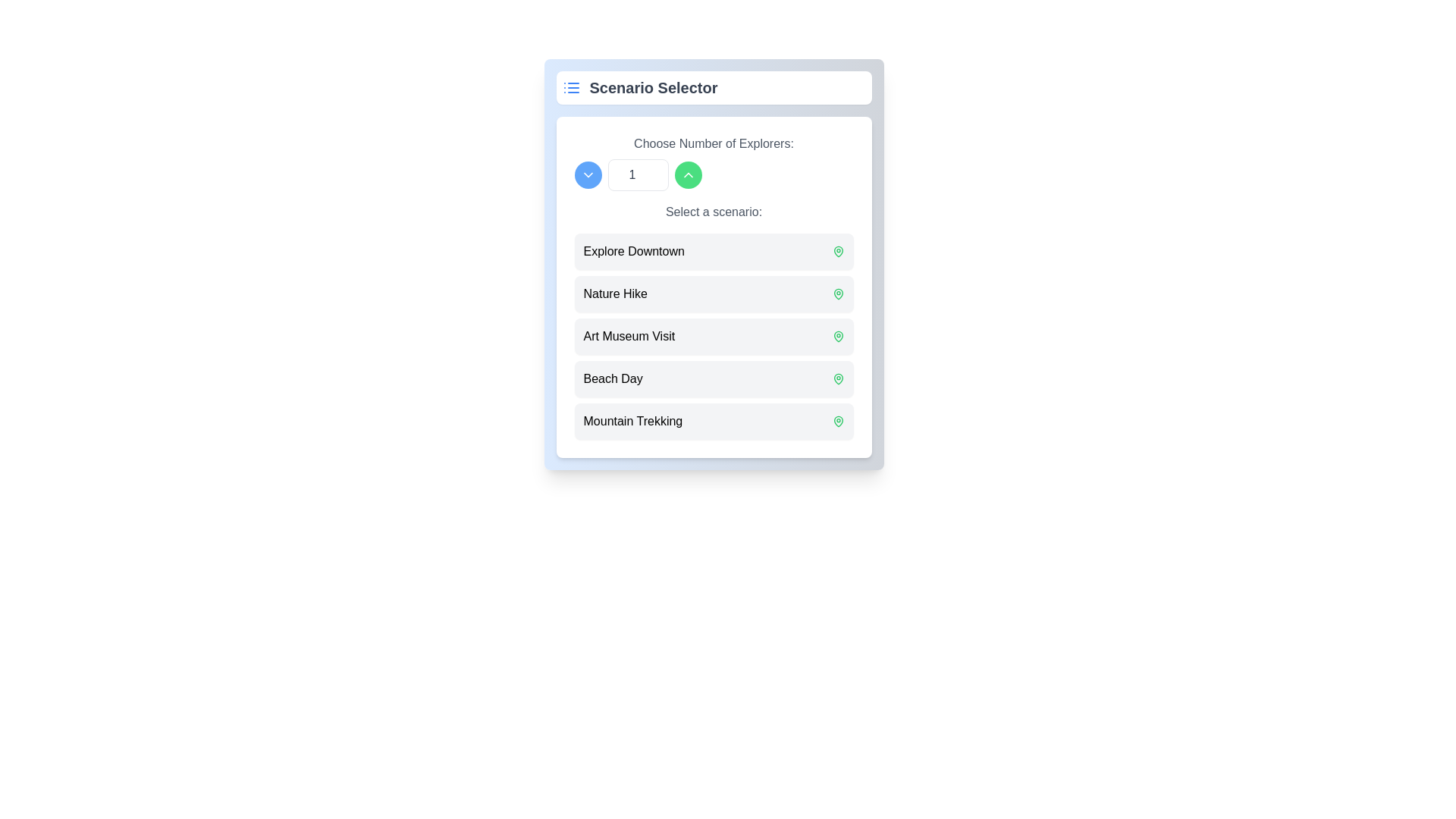 The height and width of the screenshot is (819, 1456). I want to click on the blue list icon located at the far left of the header row within the 'Scenario Selector' panel, so click(570, 87).